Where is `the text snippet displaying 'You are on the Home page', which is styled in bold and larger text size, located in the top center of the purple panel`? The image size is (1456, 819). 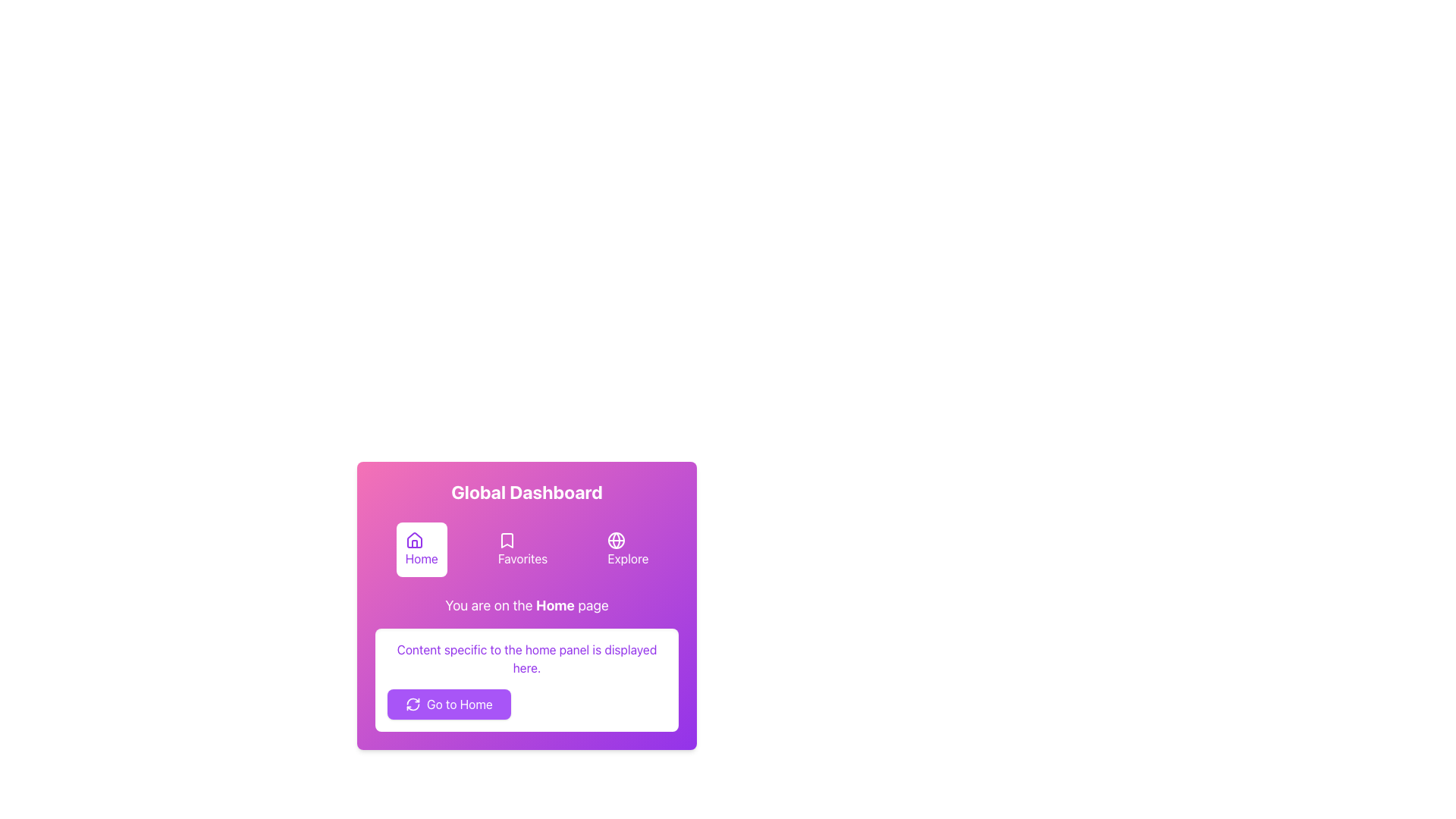
the text snippet displaying 'You are on the Home page', which is styled in bold and larger text size, located in the top center of the purple panel is located at coordinates (527, 604).